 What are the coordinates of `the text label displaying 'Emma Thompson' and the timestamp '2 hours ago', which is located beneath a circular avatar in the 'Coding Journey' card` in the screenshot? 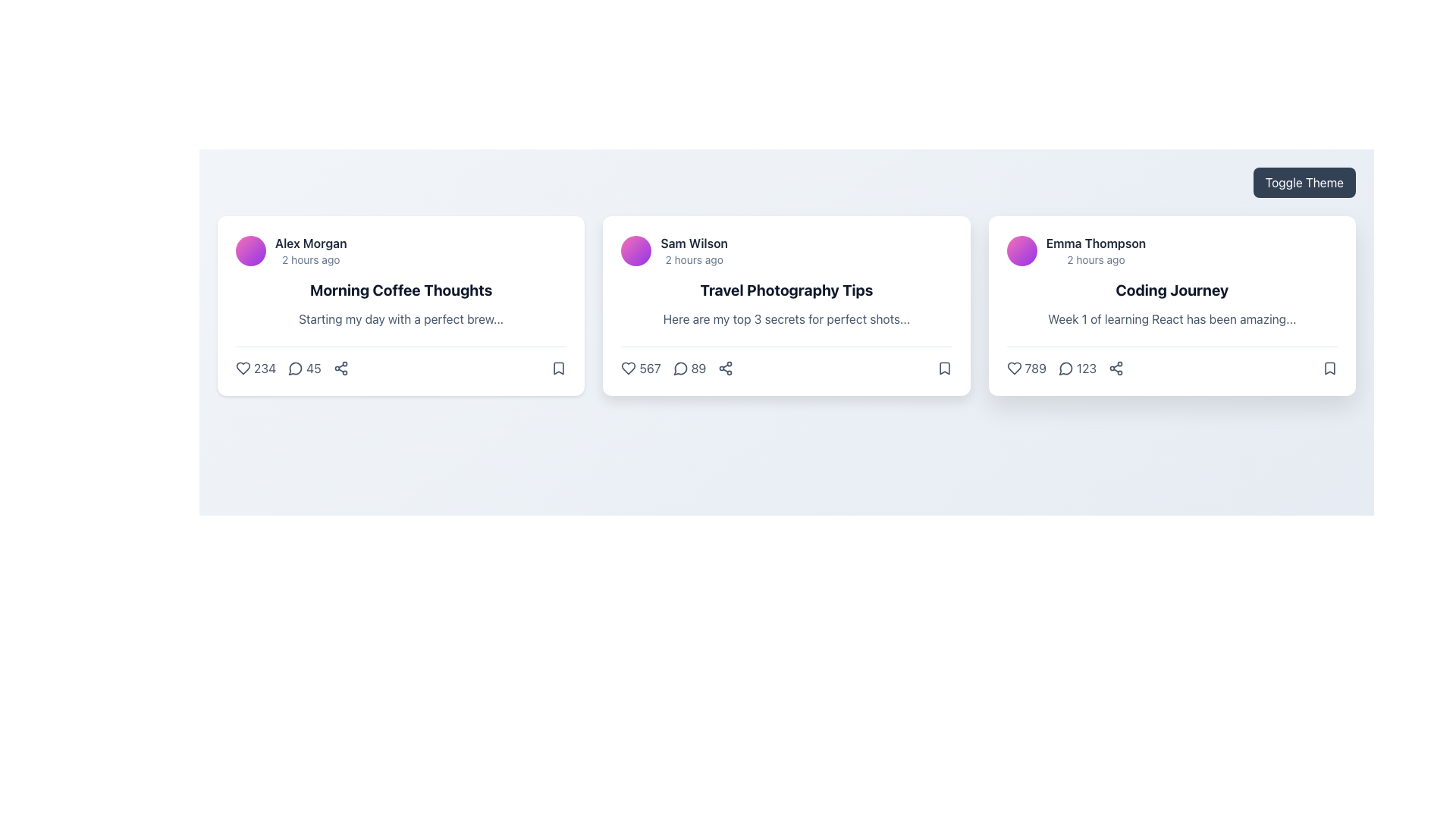 It's located at (1096, 250).